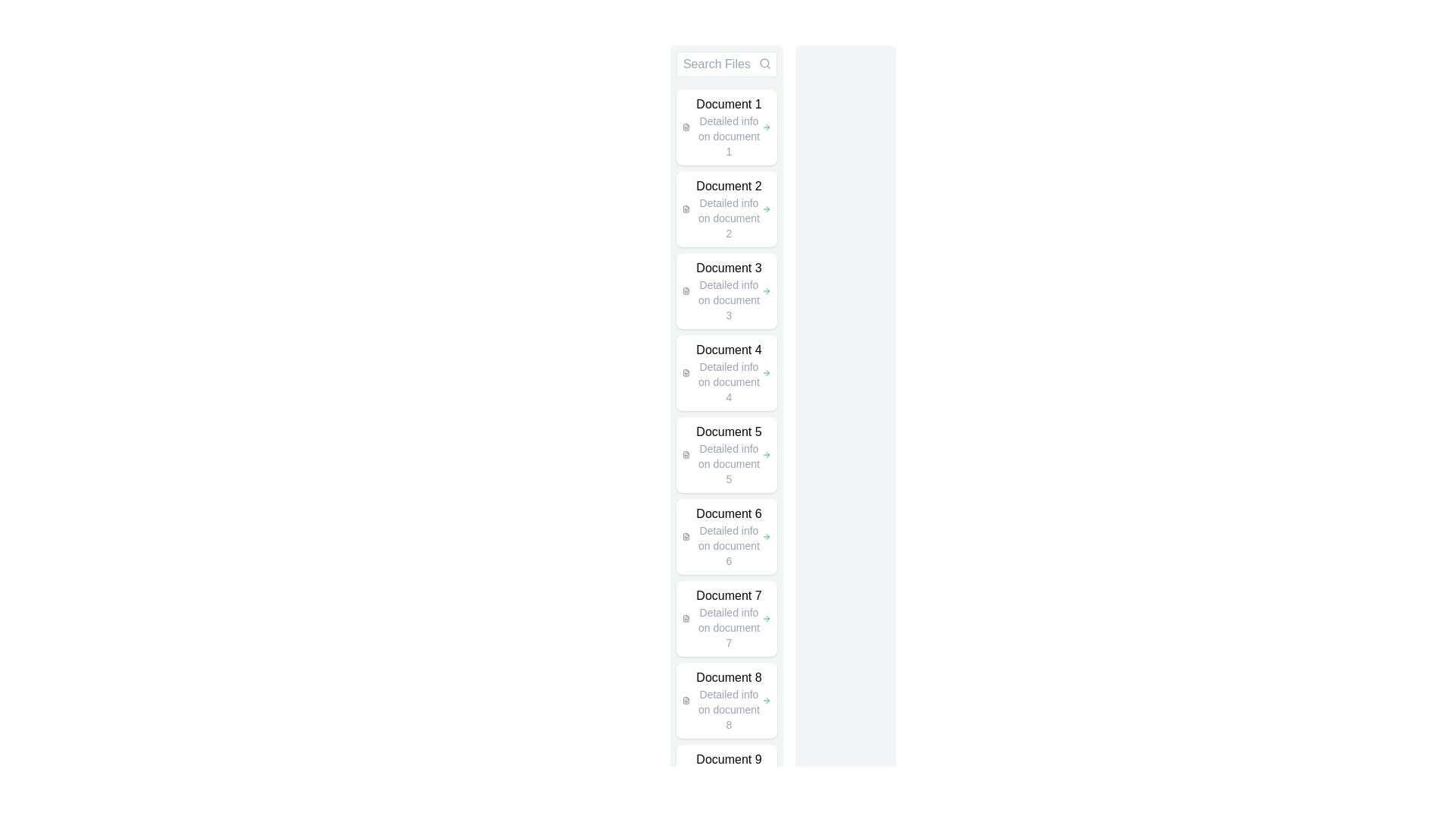  What do you see at coordinates (726, 536) in the screenshot?
I see `the List item labeled 'Document 6'` at bounding box center [726, 536].